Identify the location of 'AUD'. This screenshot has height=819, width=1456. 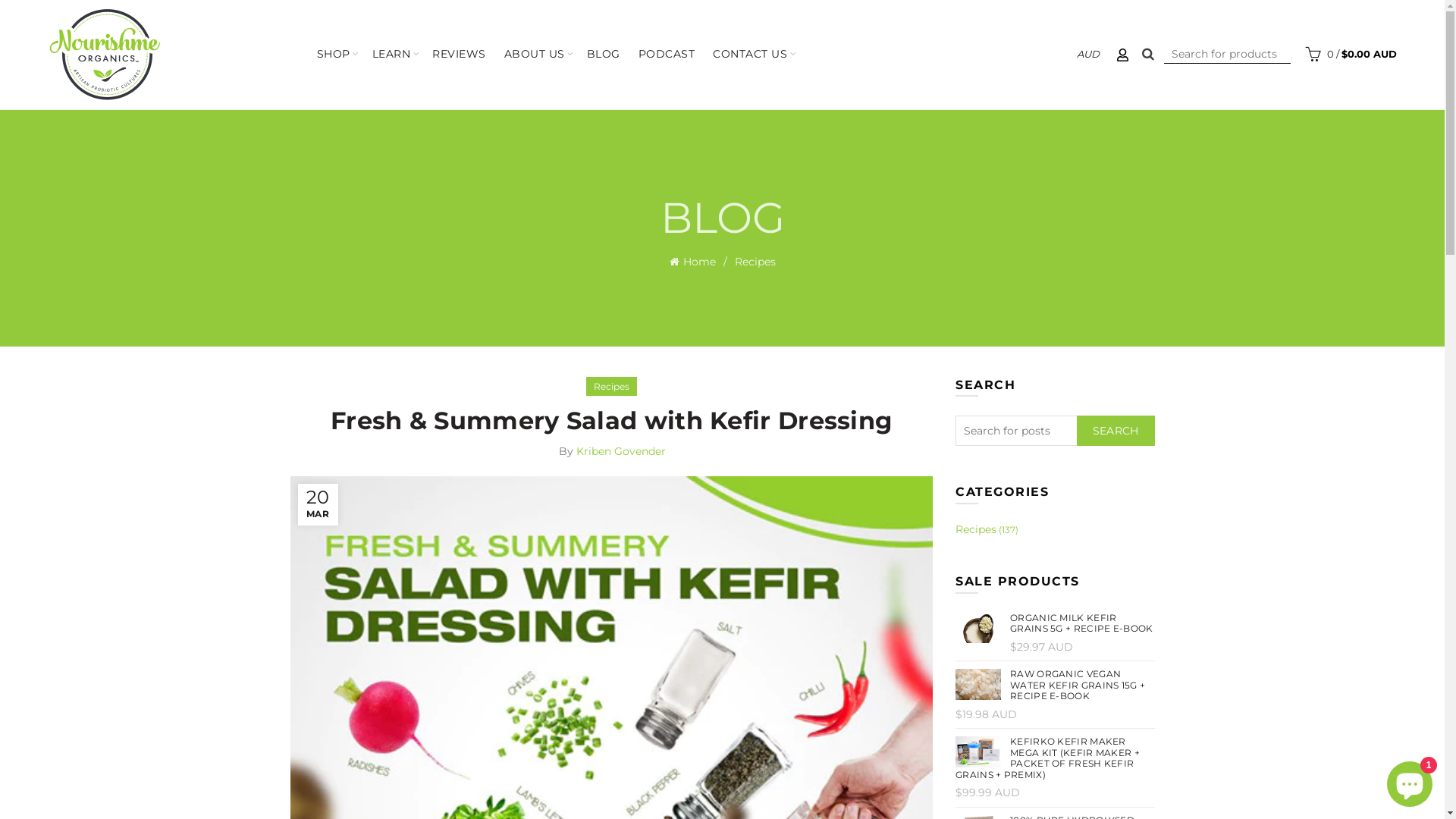
(1087, 52).